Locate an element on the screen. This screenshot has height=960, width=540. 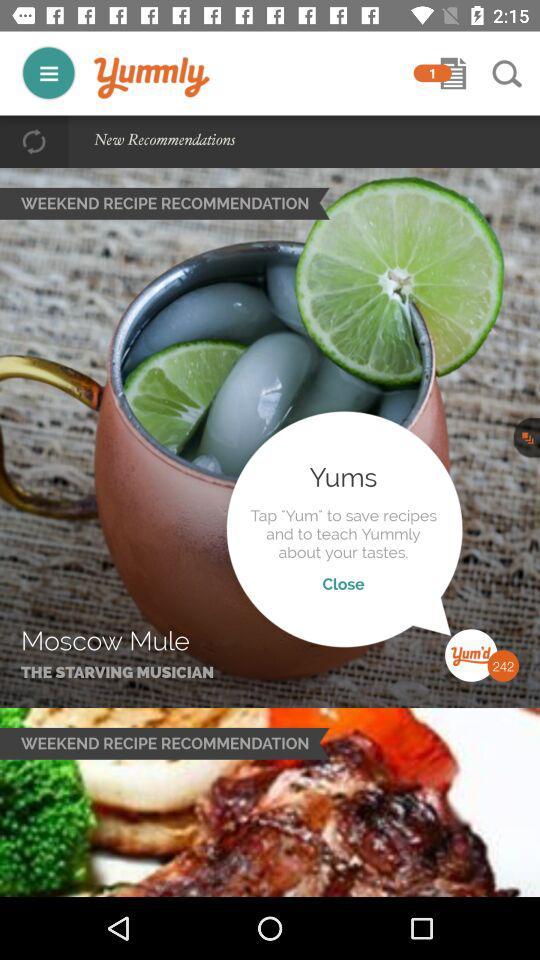
click grid to open settings options is located at coordinates (48, 73).